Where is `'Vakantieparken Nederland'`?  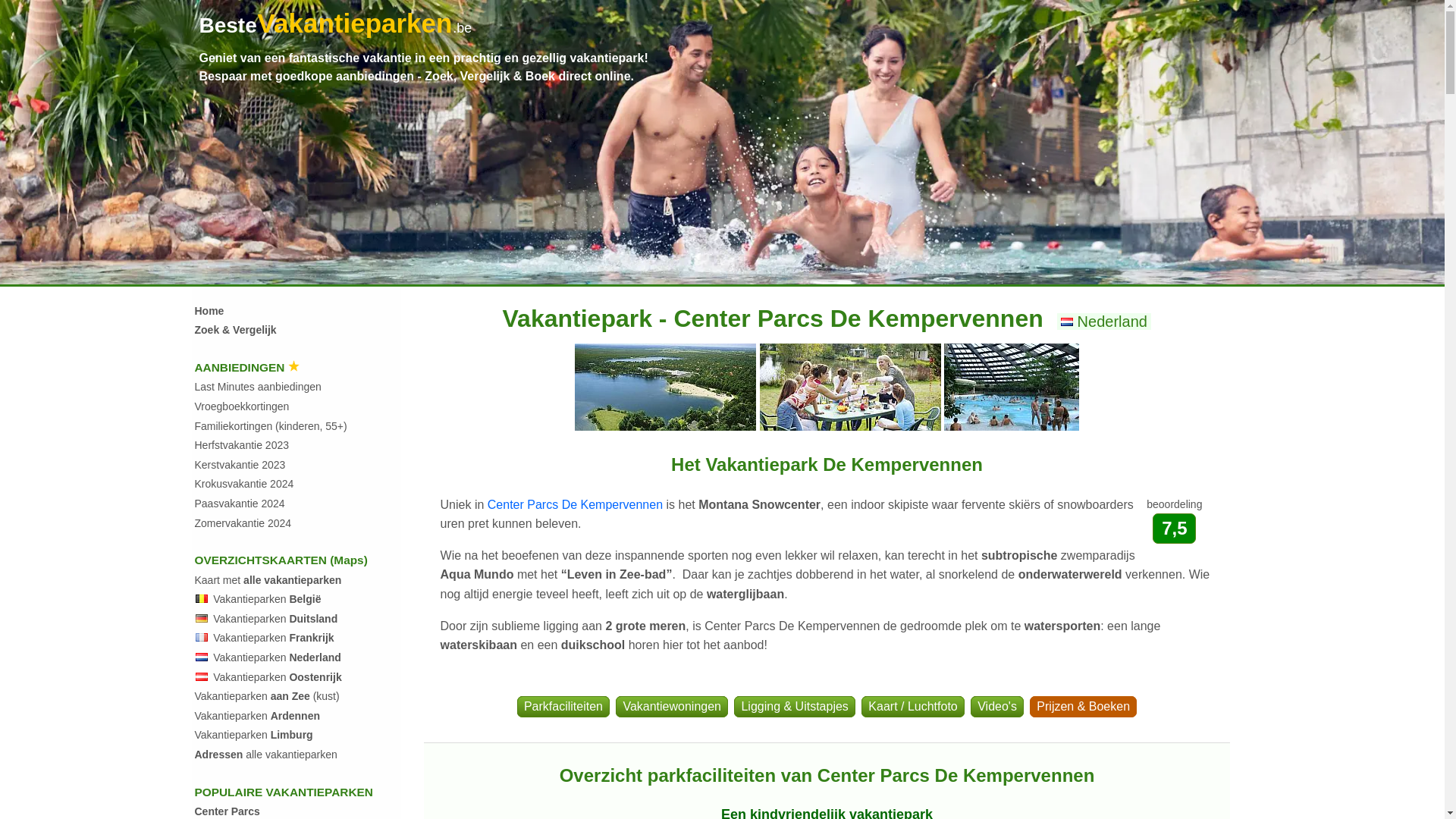 'Vakantieparken Nederland' is located at coordinates (212, 657).